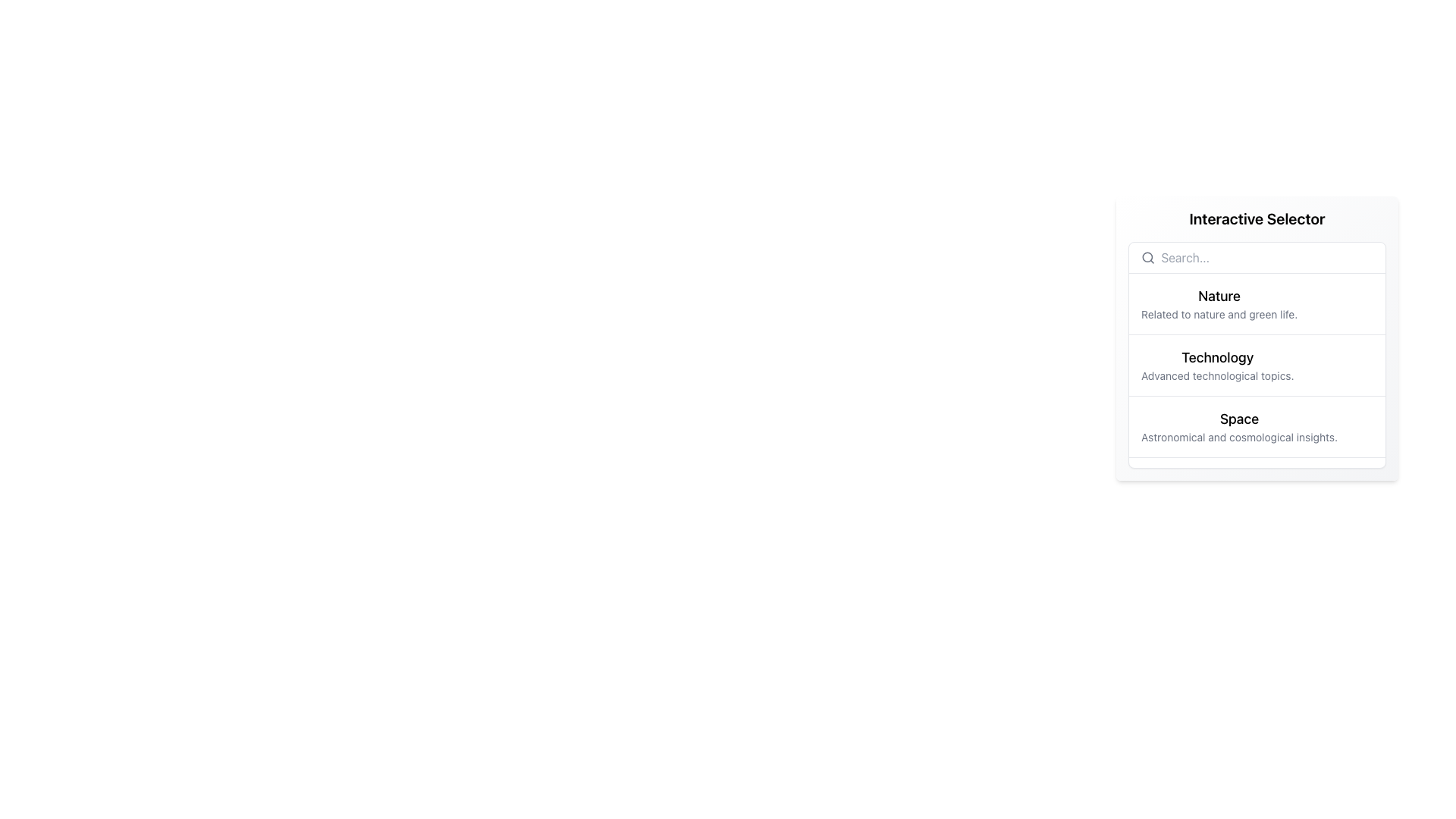 The width and height of the screenshot is (1456, 819). I want to click on the third item in the 'Interactive Selector' list, which is located between 'Technology' and 'Reading', so click(1257, 427).